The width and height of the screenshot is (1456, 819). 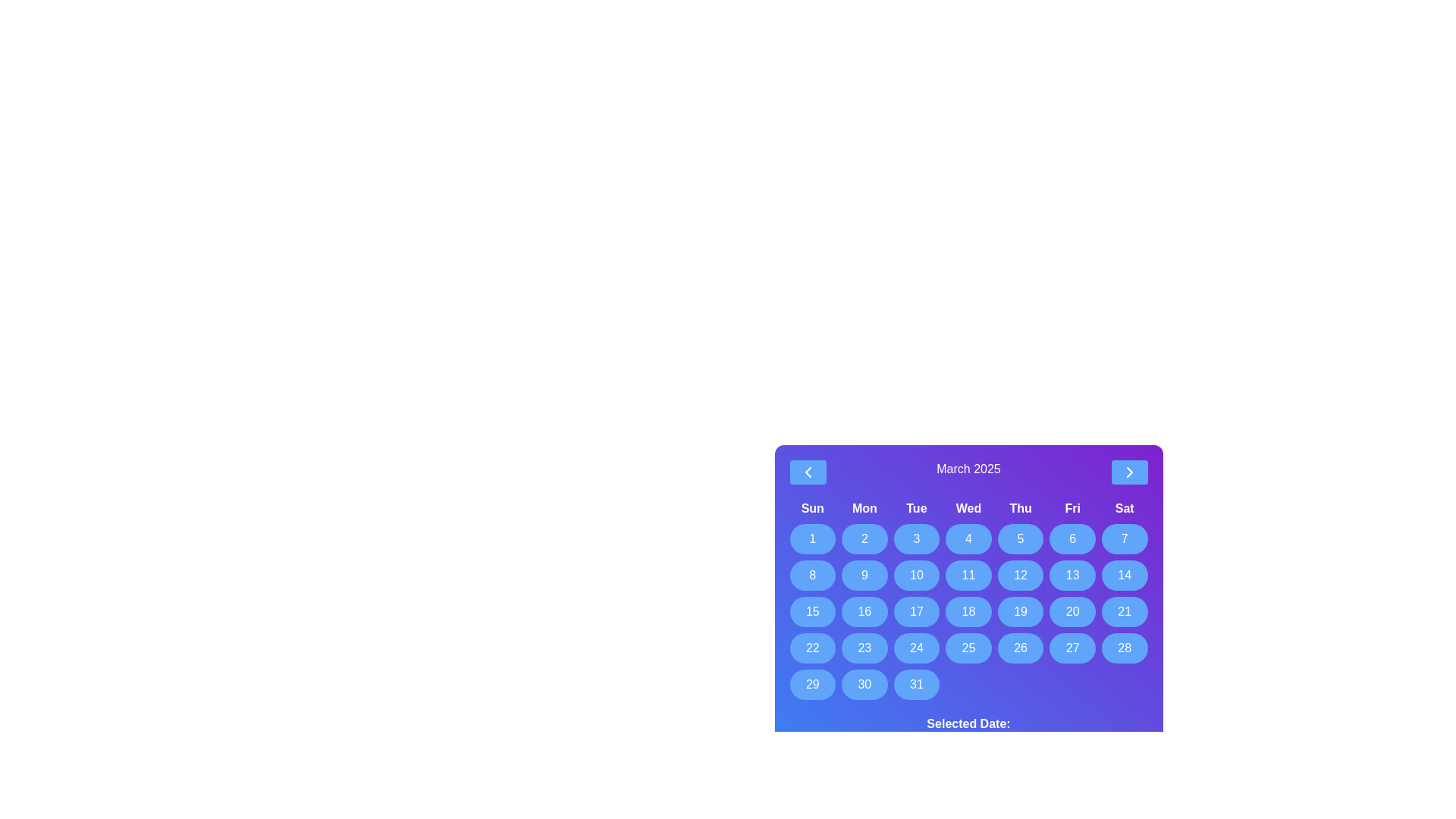 I want to click on the left-pointing chevron navigation button located in the top left corner of the calendar, so click(x=807, y=472).